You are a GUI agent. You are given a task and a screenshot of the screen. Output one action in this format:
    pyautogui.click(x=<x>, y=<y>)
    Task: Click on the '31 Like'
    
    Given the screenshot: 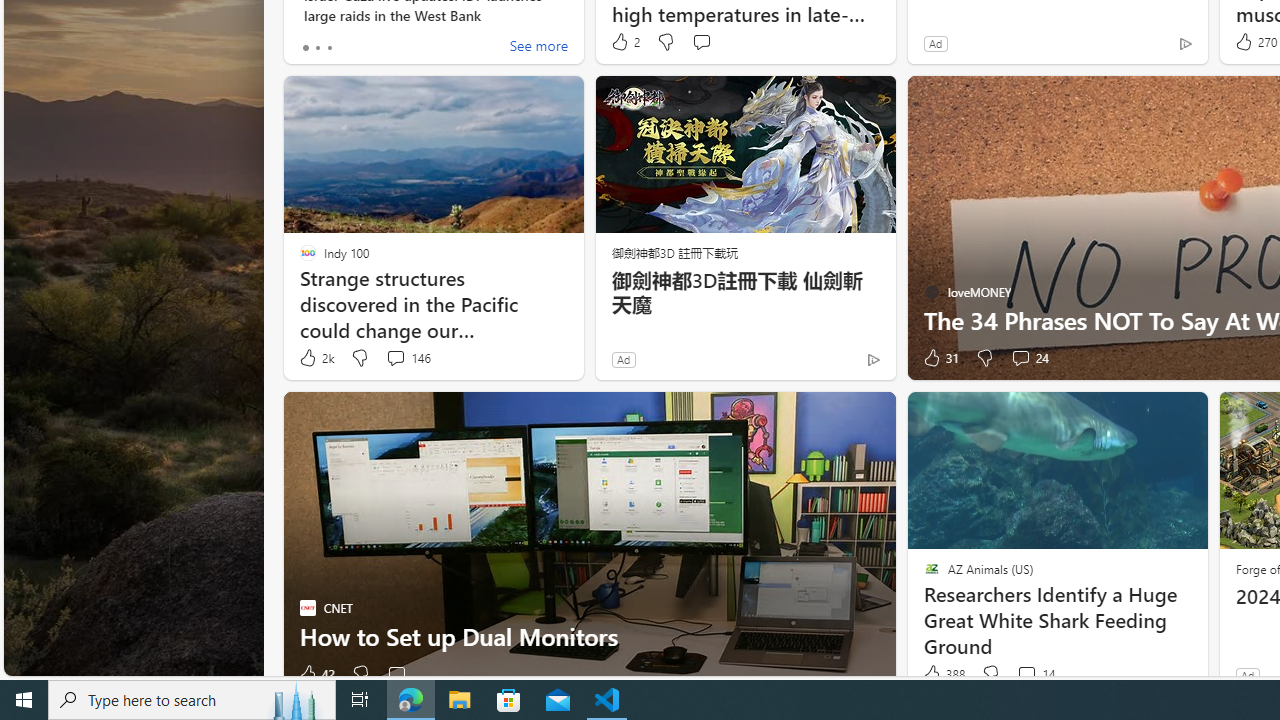 What is the action you would take?
    pyautogui.click(x=938, y=357)
    